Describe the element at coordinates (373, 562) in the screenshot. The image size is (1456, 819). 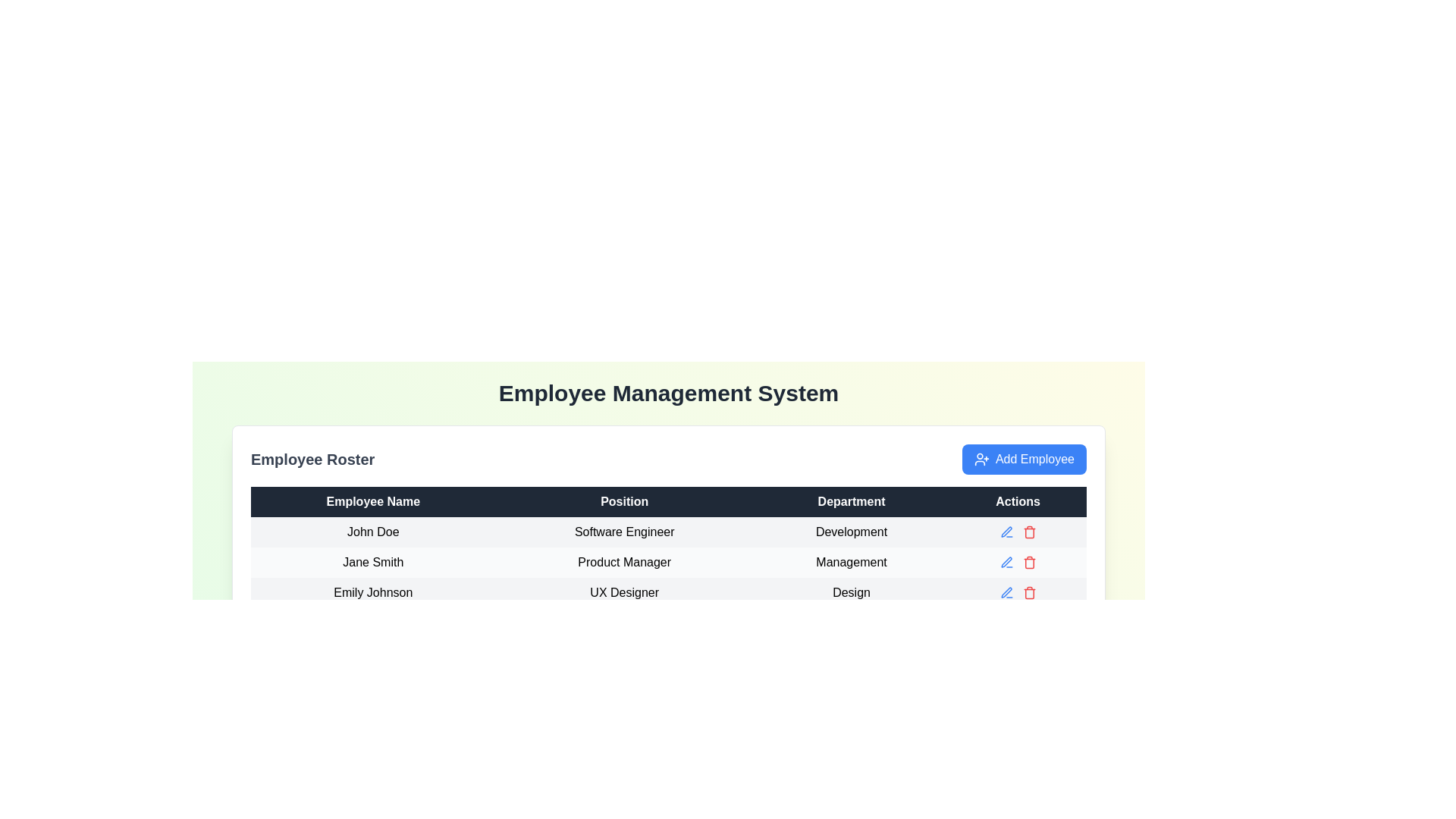
I see `the text label displaying 'Jane Smith' in the 'Employee Roster' table, which is the second row under the 'Employee Name' column` at that location.